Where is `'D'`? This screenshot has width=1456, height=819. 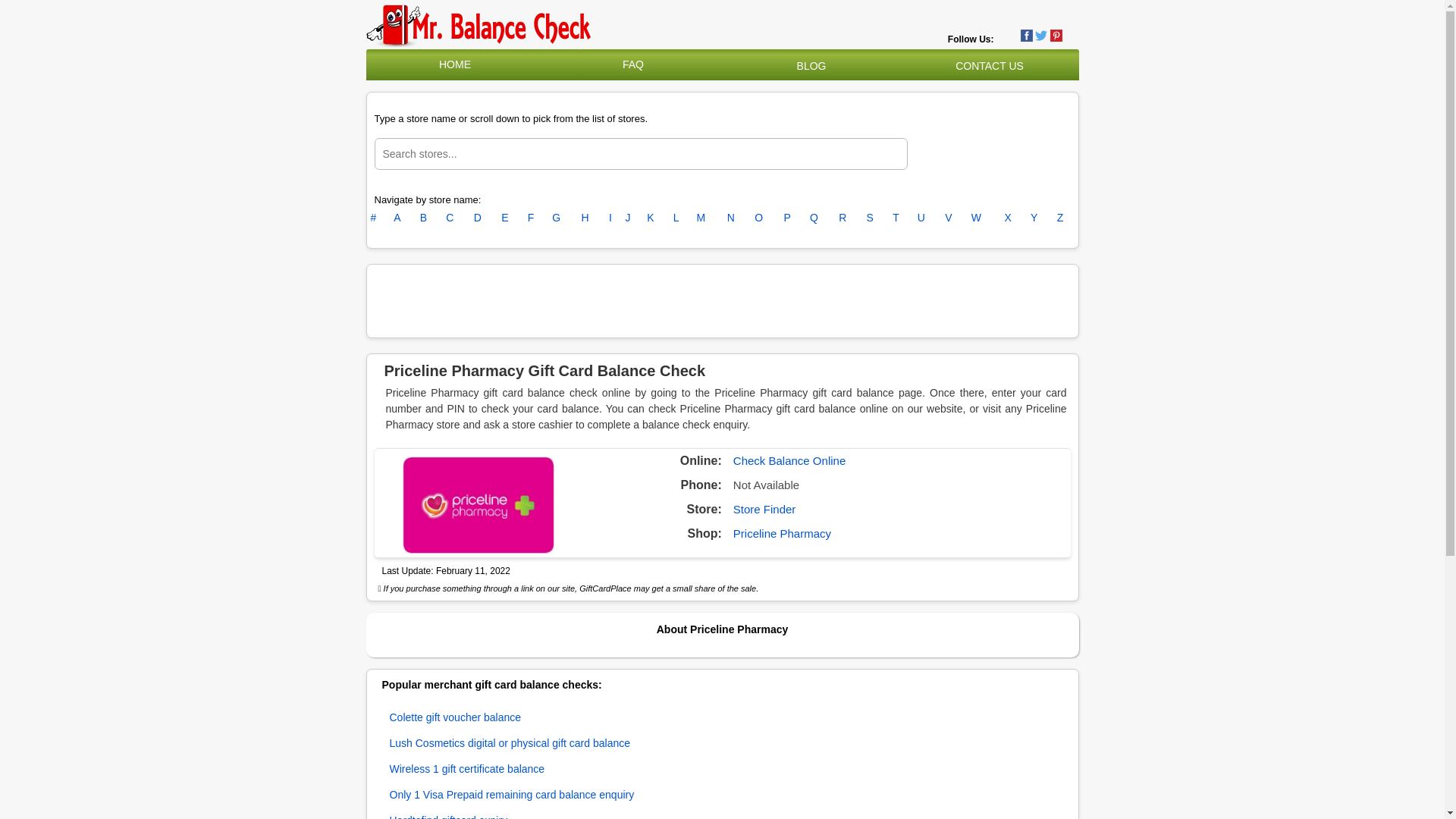
'D' is located at coordinates (476, 217).